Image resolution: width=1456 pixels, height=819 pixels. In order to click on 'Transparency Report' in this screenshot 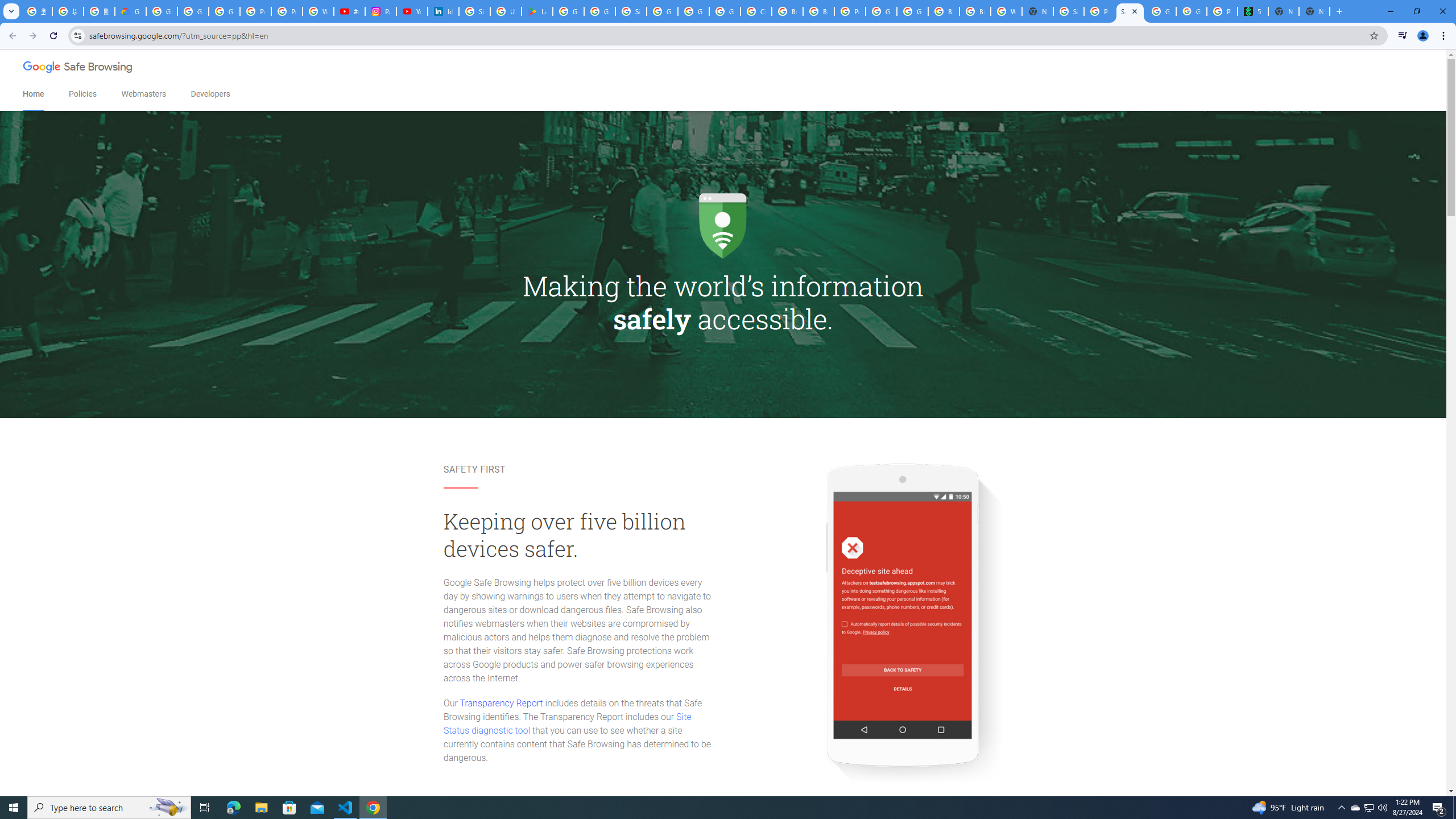, I will do `click(500, 703)`.